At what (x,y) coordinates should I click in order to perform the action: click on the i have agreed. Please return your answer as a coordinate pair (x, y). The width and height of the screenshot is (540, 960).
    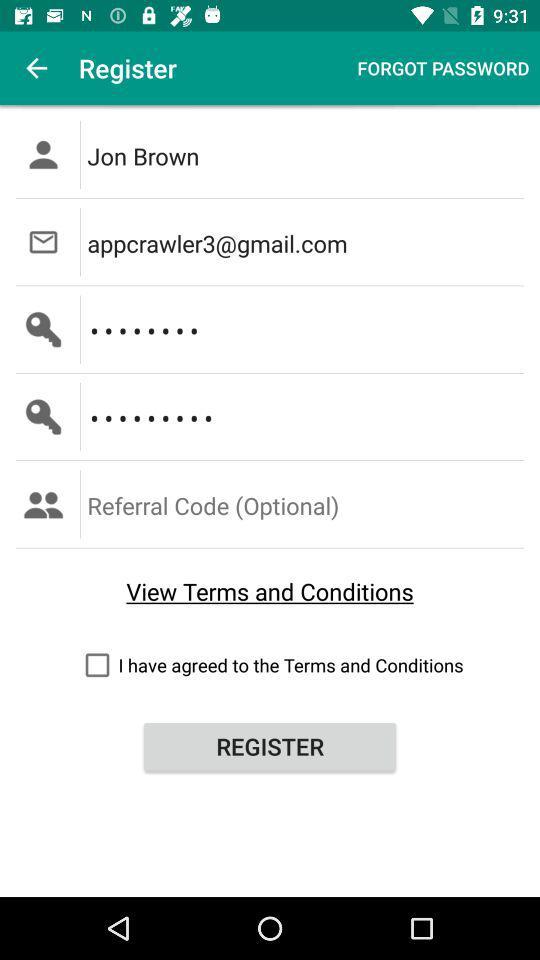
    Looking at the image, I should click on (270, 665).